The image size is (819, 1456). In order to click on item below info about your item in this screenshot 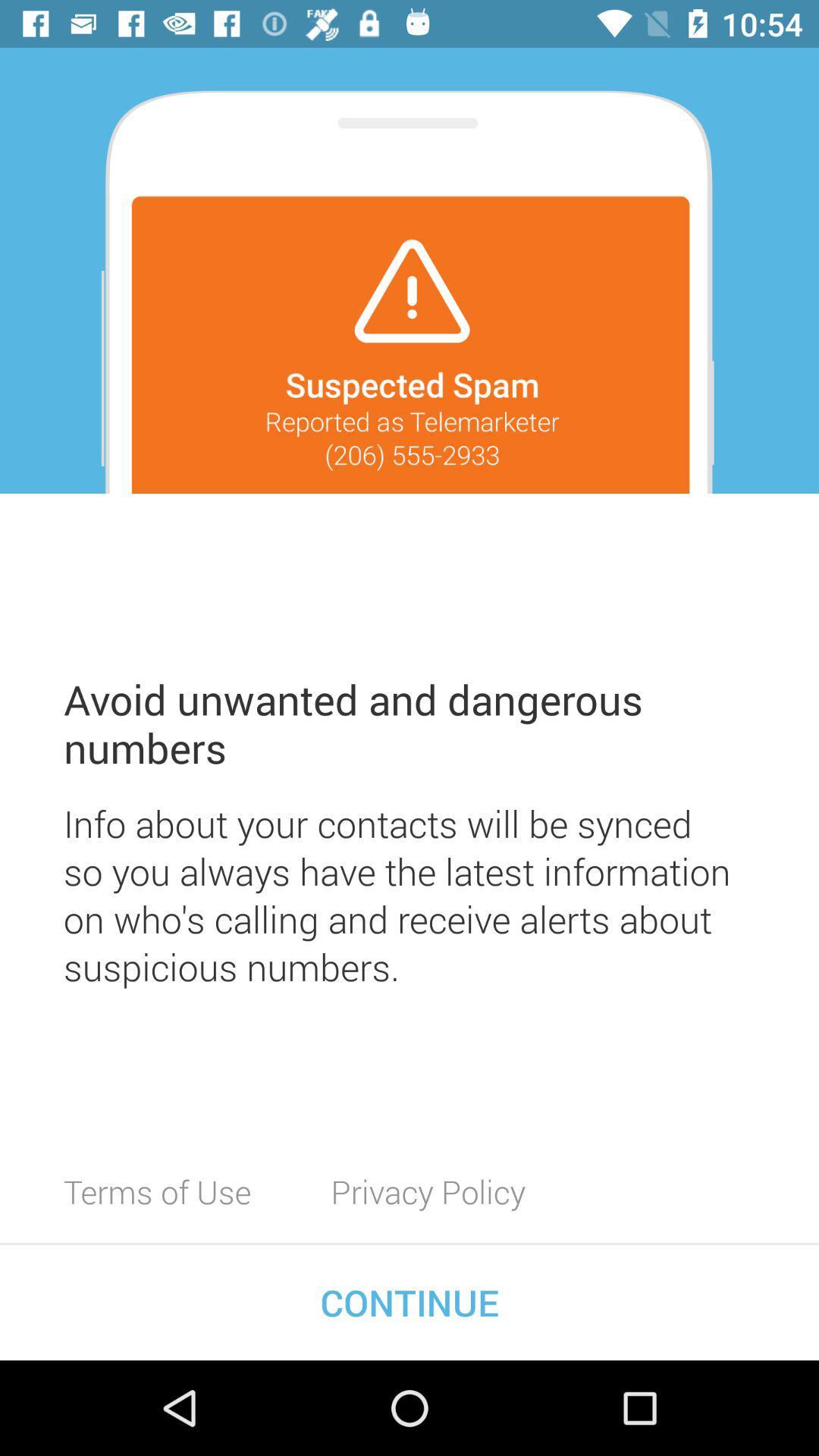, I will do `click(157, 1191)`.